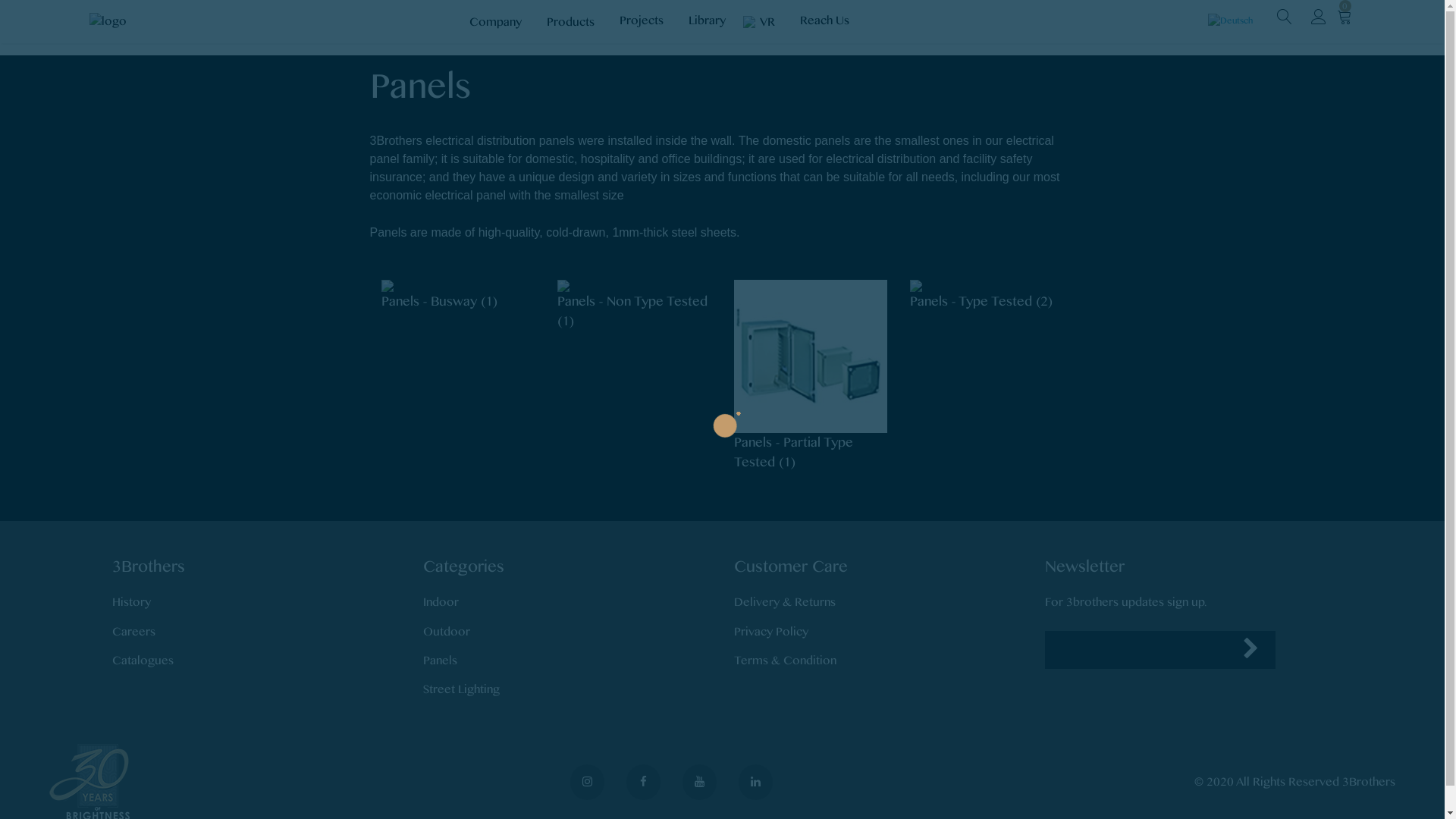 The height and width of the screenshot is (819, 1456). I want to click on 'Privacy Policy', so click(771, 632).